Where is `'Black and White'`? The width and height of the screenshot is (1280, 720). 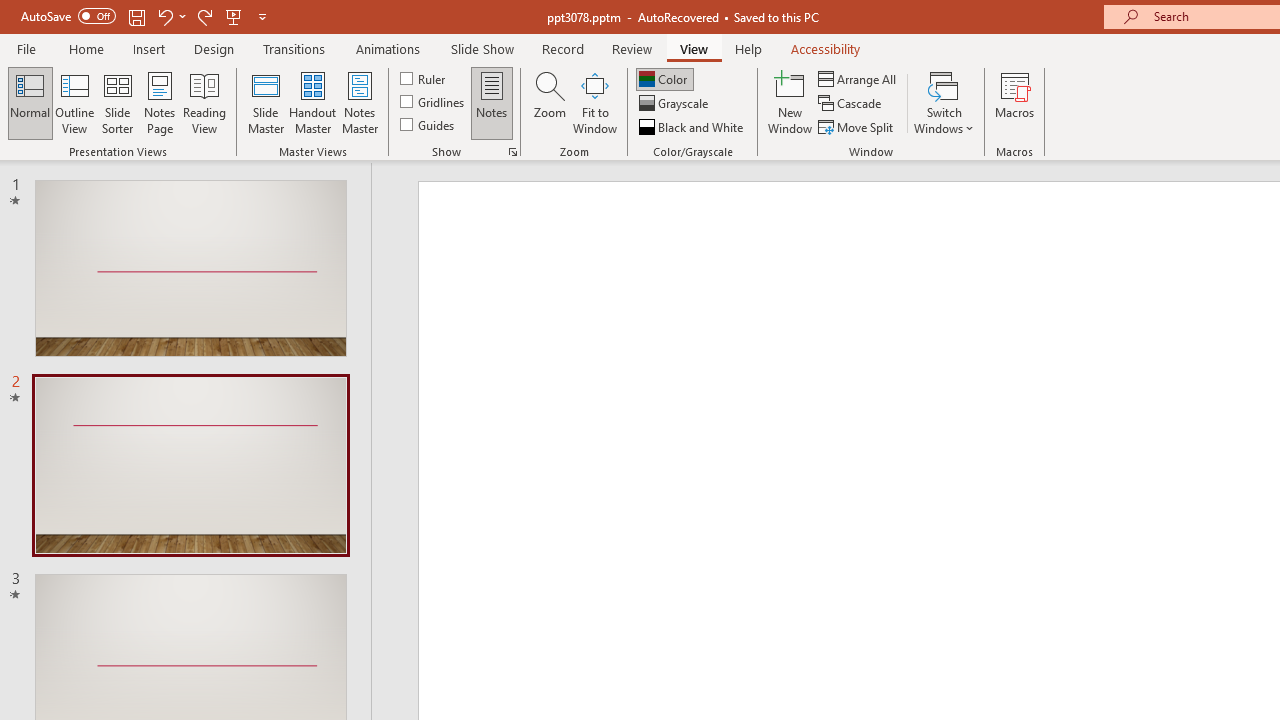 'Black and White' is located at coordinates (693, 127).